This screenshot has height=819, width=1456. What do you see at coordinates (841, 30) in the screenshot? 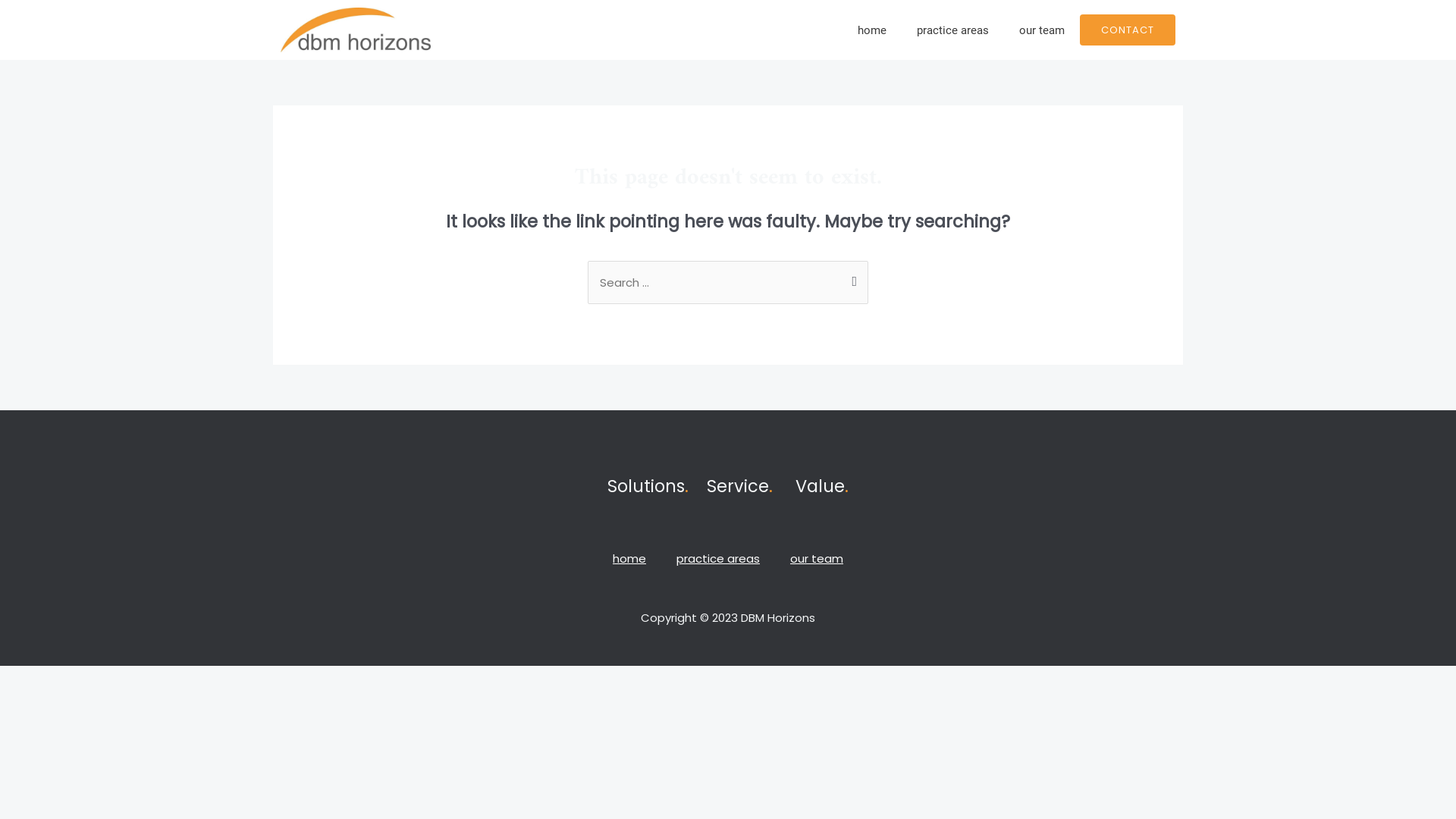
I see `'home'` at bounding box center [841, 30].